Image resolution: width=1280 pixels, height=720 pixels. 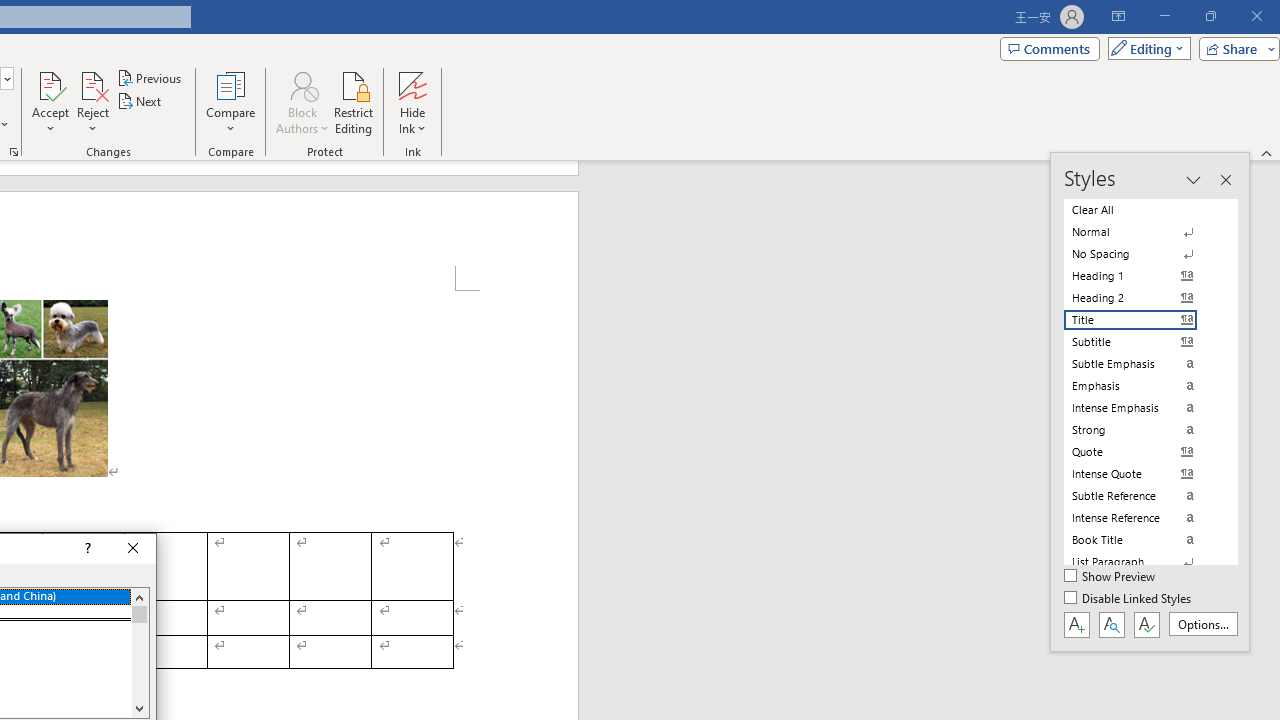 What do you see at coordinates (91, 103) in the screenshot?
I see `'Reject'` at bounding box center [91, 103].